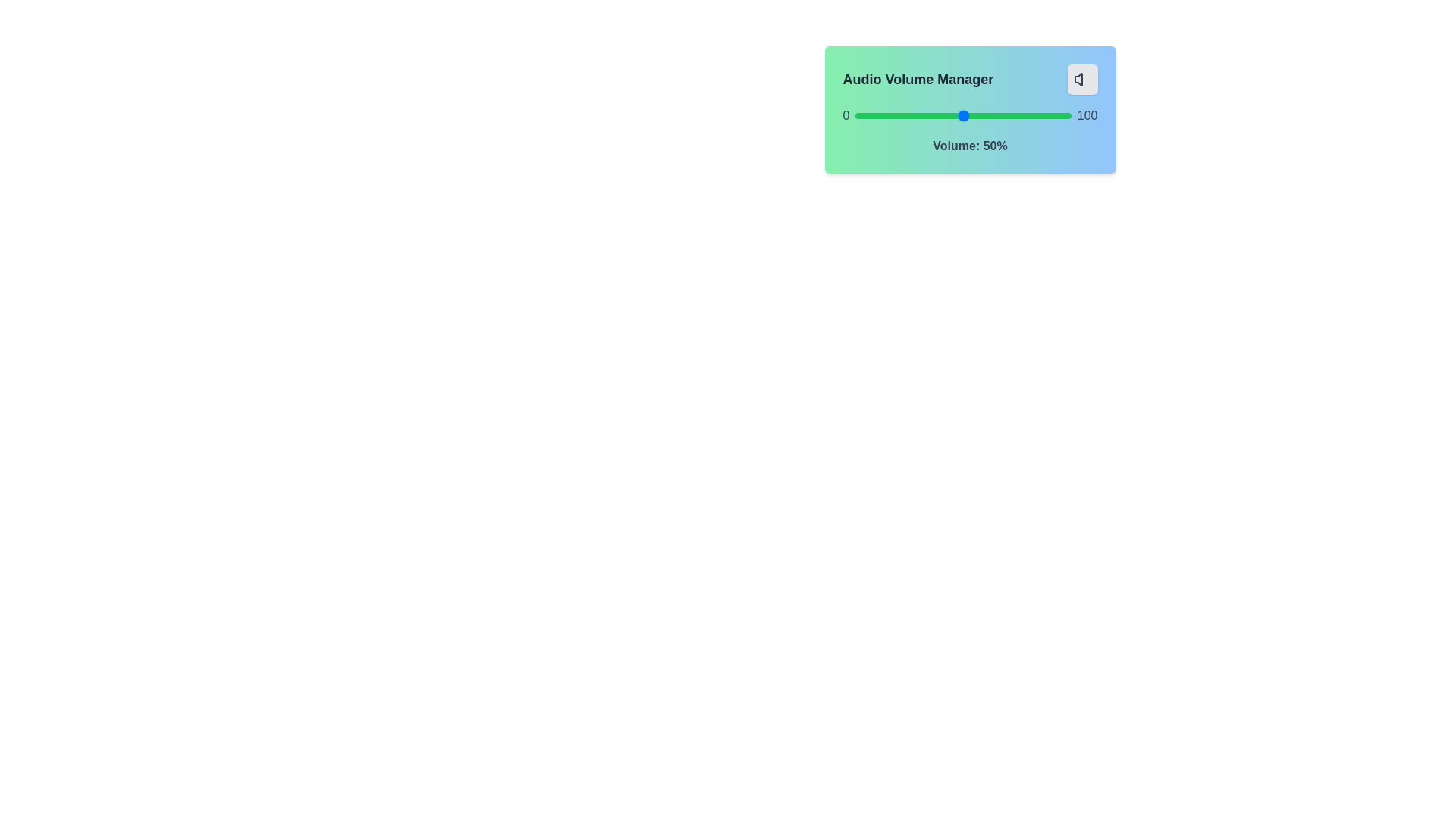  Describe the element at coordinates (1046, 115) in the screenshot. I see `the audio volume` at that location.